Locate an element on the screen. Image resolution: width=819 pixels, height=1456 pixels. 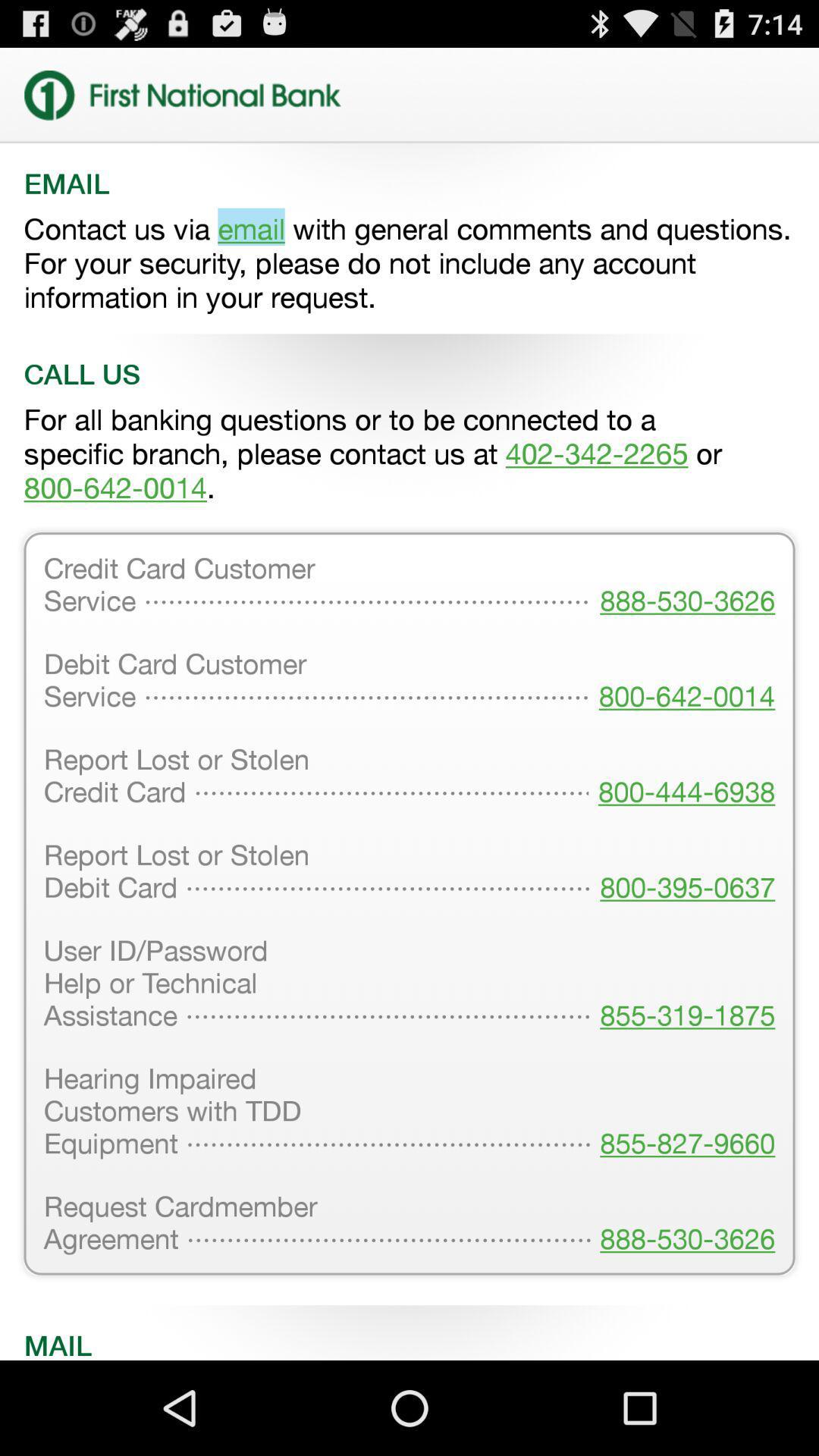
the for all banking item is located at coordinates (409, 453).